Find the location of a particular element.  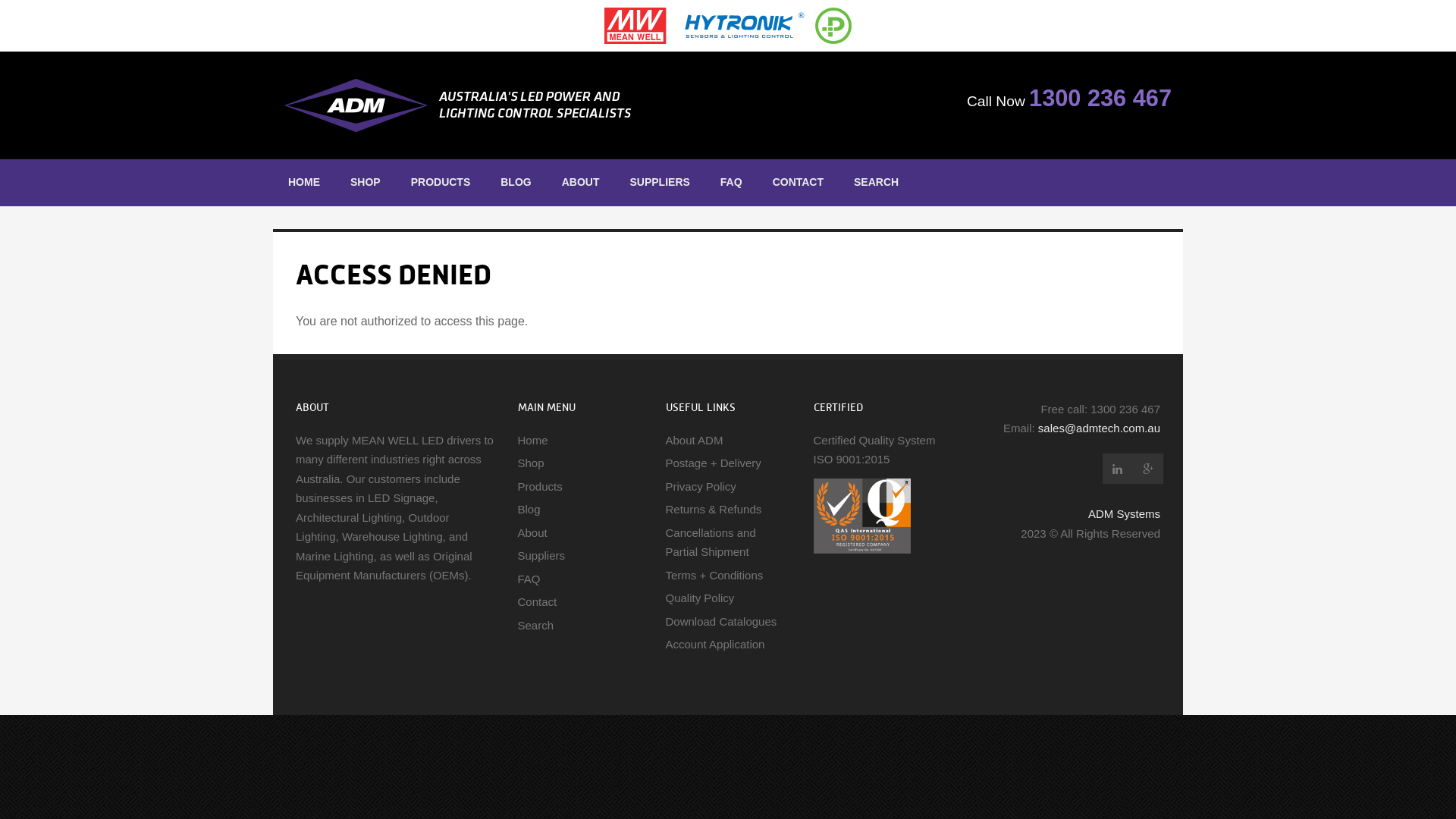

'CONTACT' is located at coordinates (797, 181).